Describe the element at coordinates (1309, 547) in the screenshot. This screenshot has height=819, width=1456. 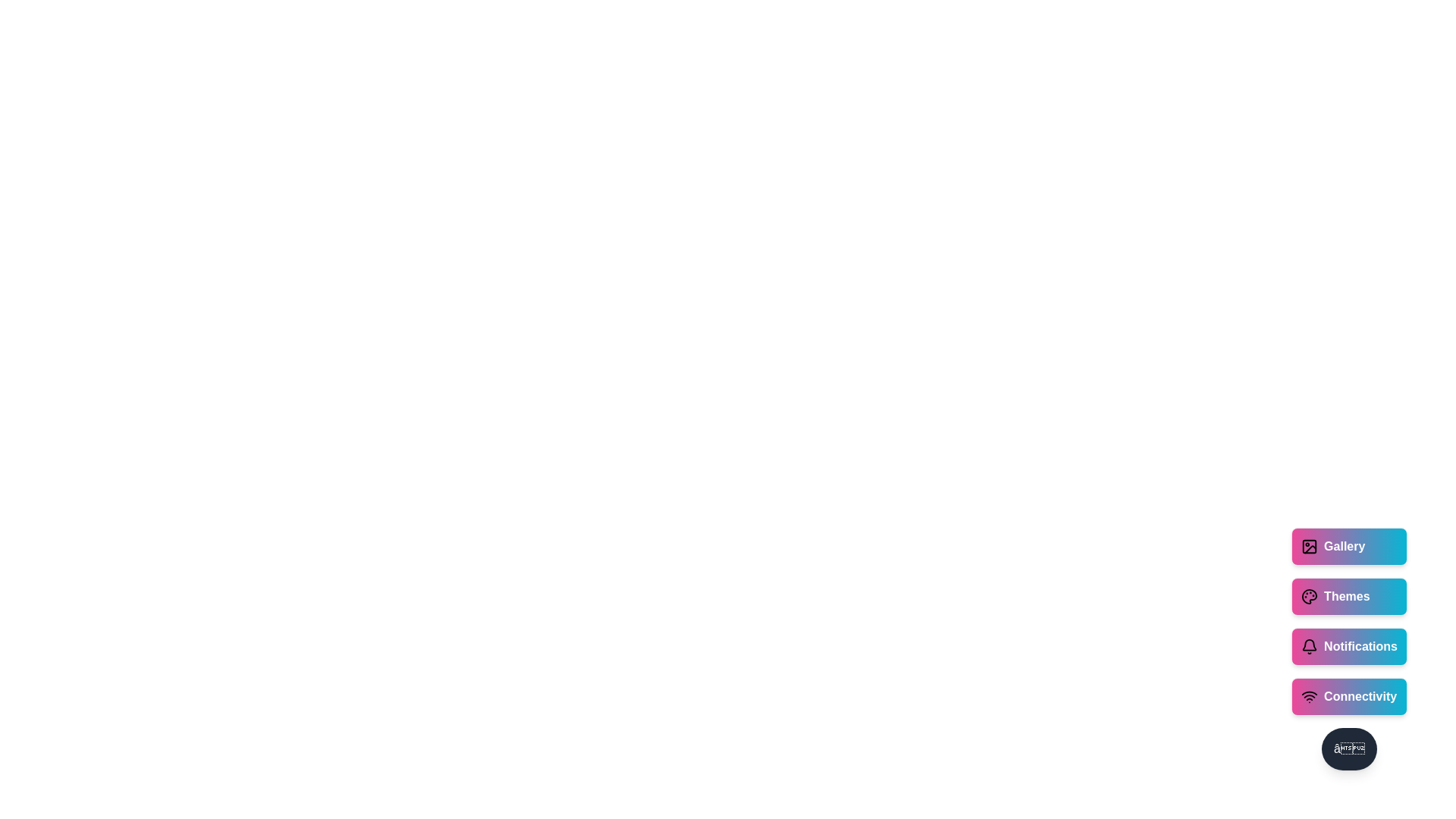
I see `the decorative background component of the gallery icon, which is a small rounded rectangular shape in light pink color, located within the SVG icon on the pink and blue gradient button labeled 'Gallery'` at that location.